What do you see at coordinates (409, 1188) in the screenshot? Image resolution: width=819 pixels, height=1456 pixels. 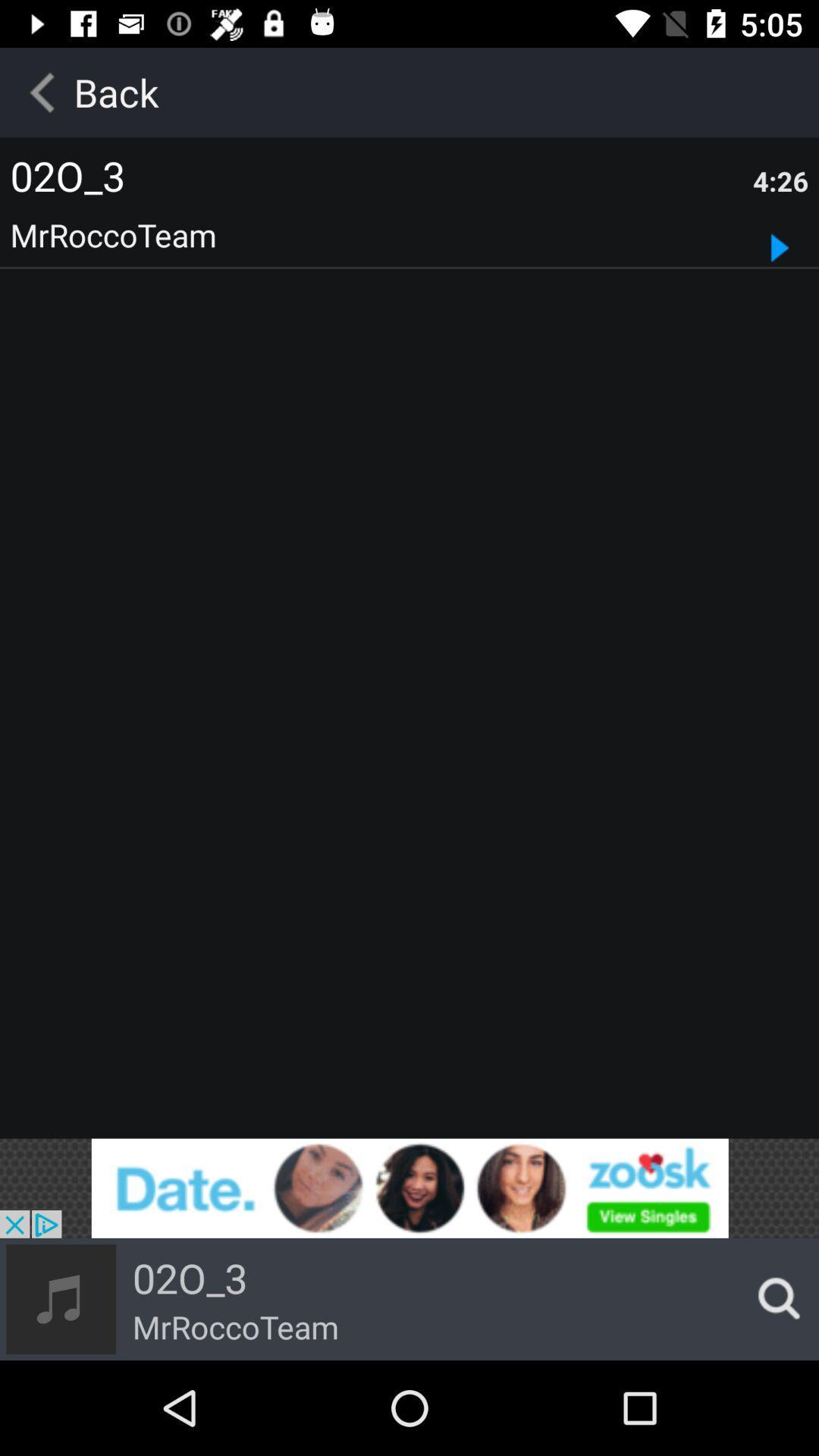 I see `advertising area` at bounding box center [409, 1188].